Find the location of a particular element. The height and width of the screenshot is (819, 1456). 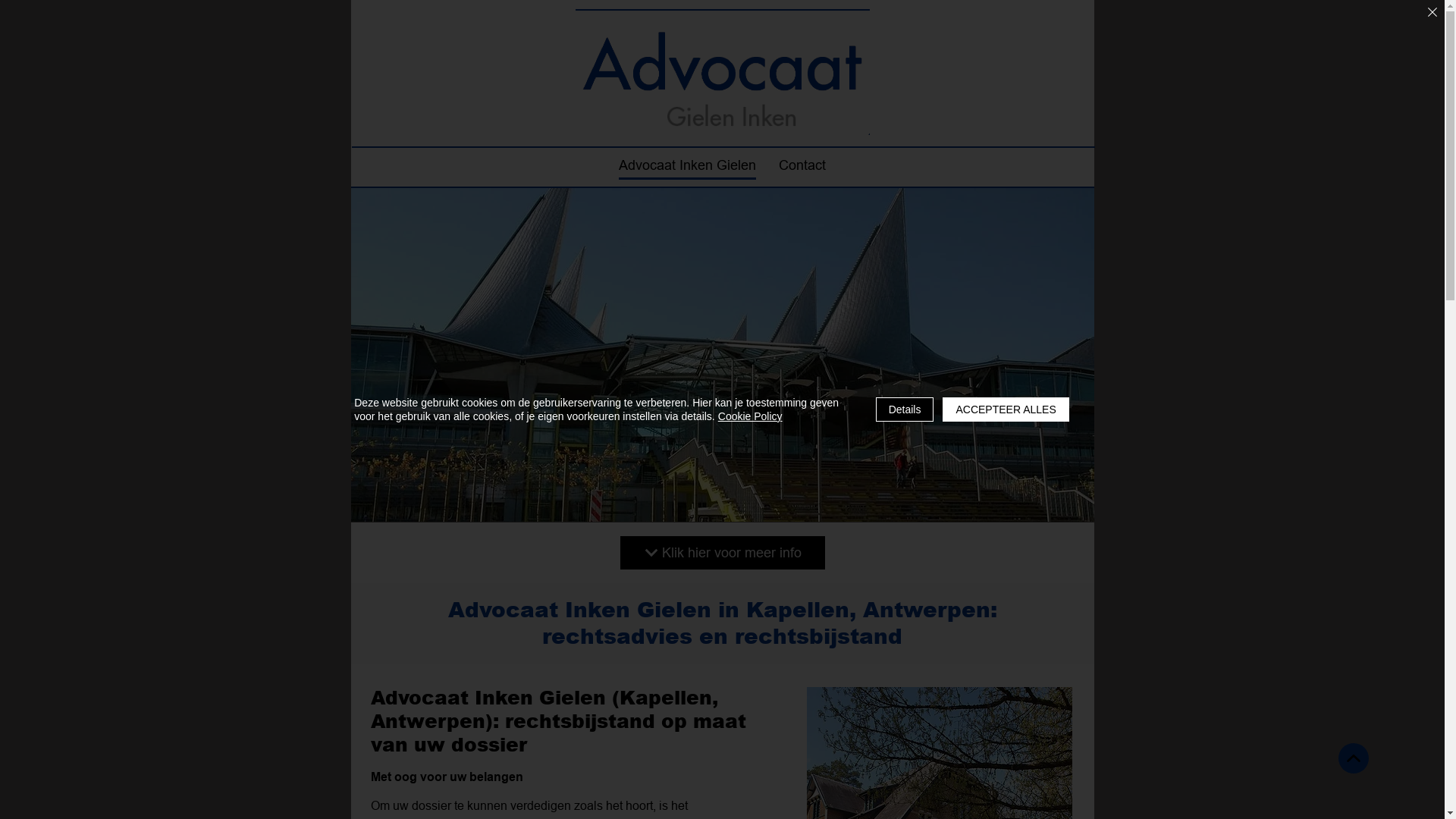

'Contact' is located at coordinates (800, 166).